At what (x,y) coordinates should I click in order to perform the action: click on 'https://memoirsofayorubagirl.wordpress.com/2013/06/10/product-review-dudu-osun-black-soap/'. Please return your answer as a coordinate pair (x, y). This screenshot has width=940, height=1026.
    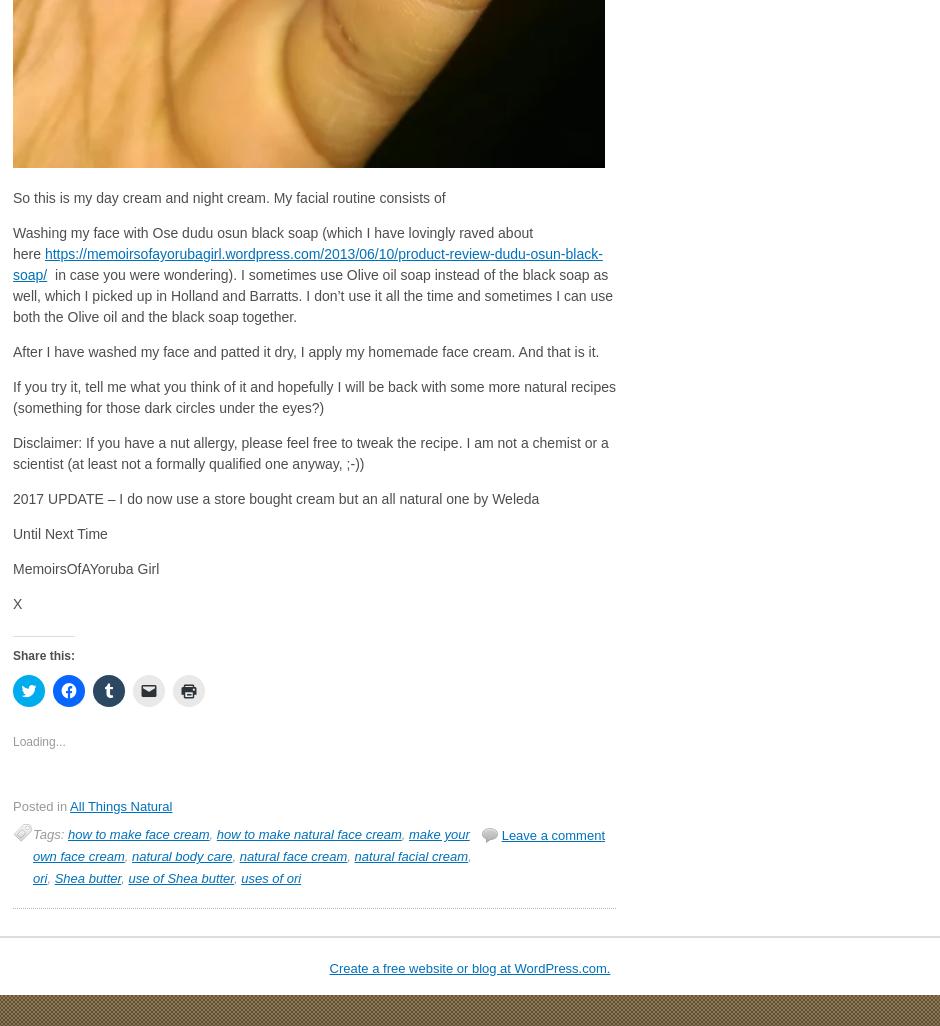
    Looking at the image, I should click on (12, 263).